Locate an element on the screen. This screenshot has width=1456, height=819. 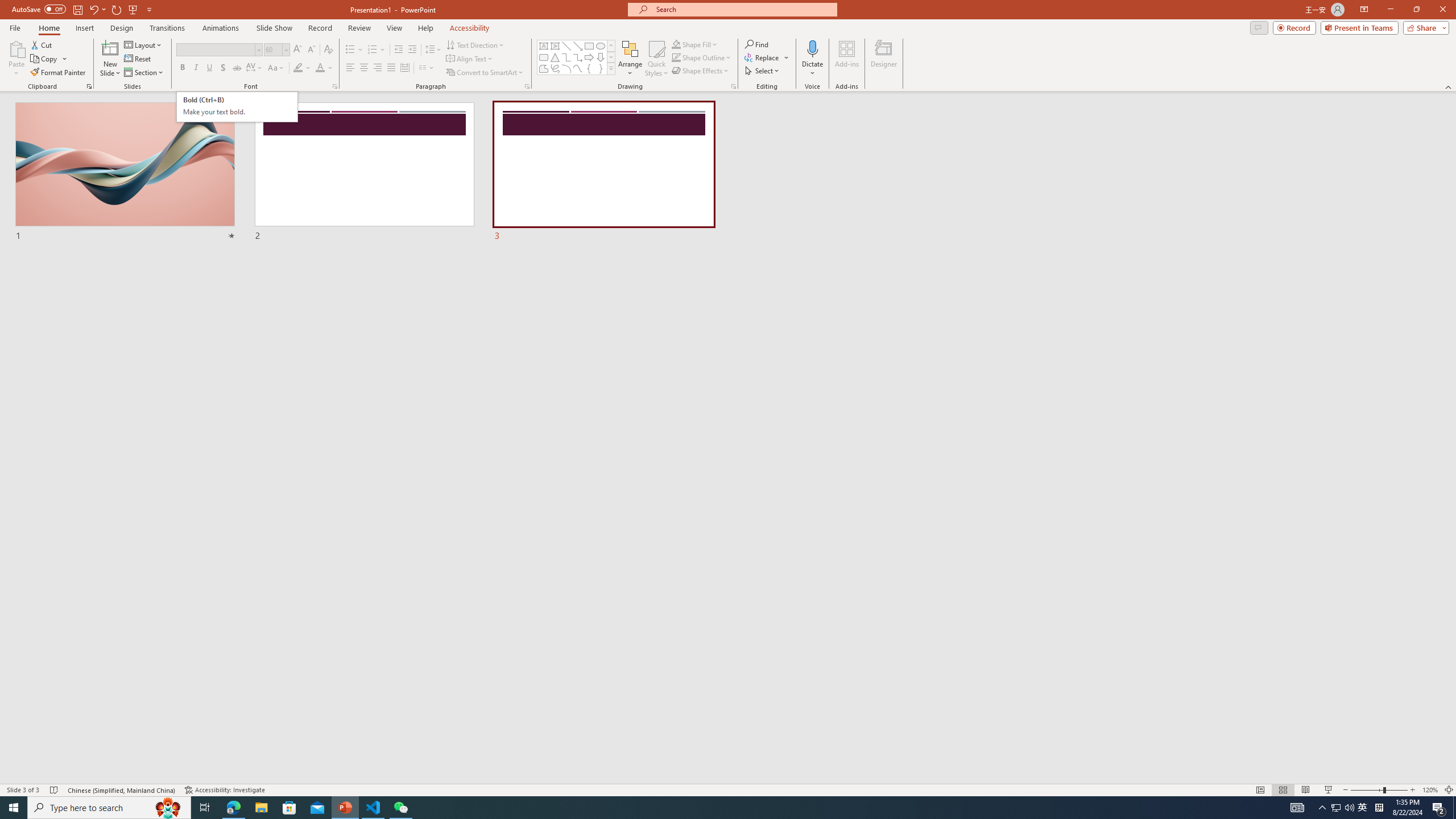
'Font' is located at coordinates (215, 49).